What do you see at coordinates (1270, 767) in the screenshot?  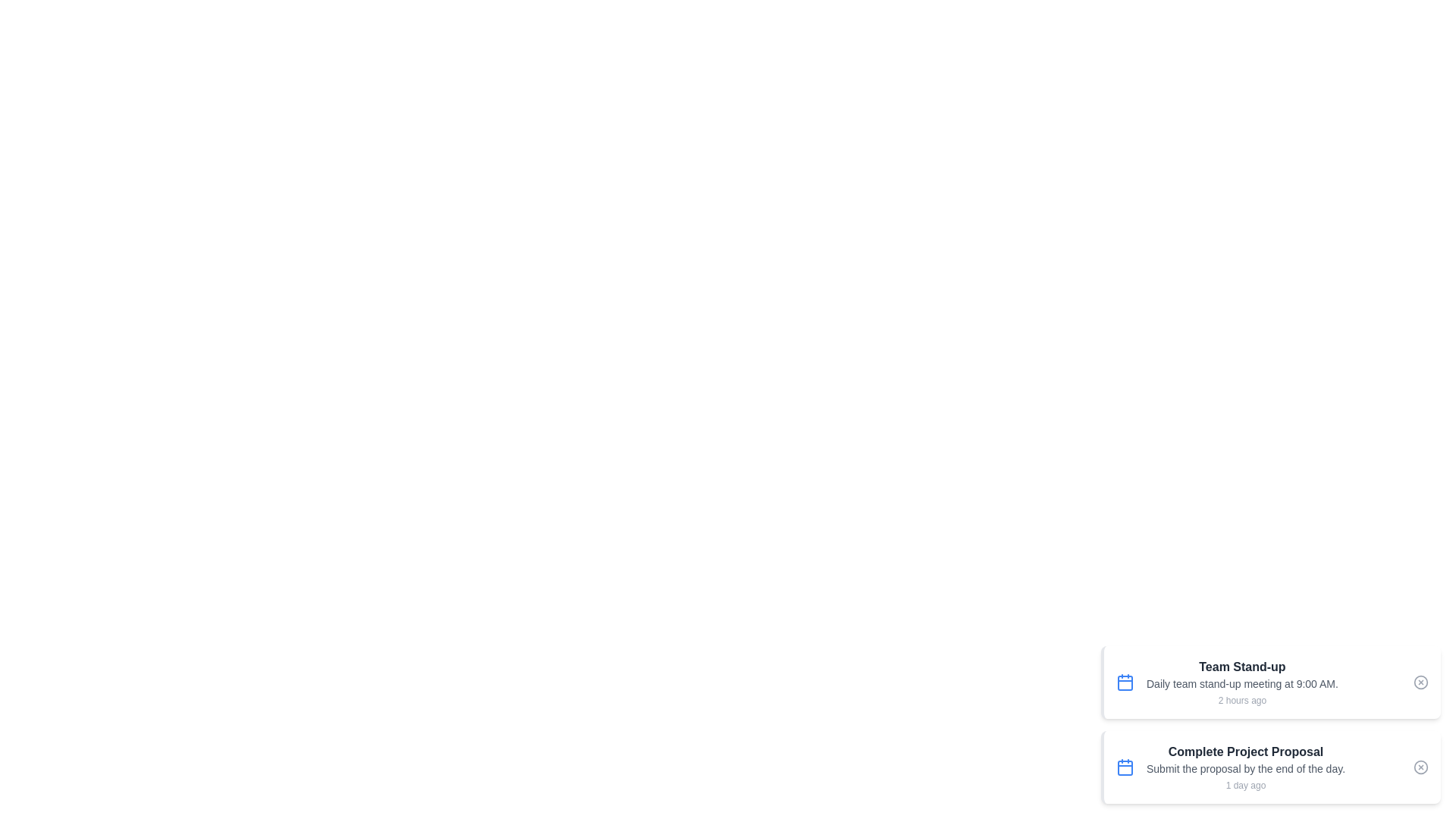 I see `the task with the name Complete Project Proposal` at bounding box center [1270, 767].